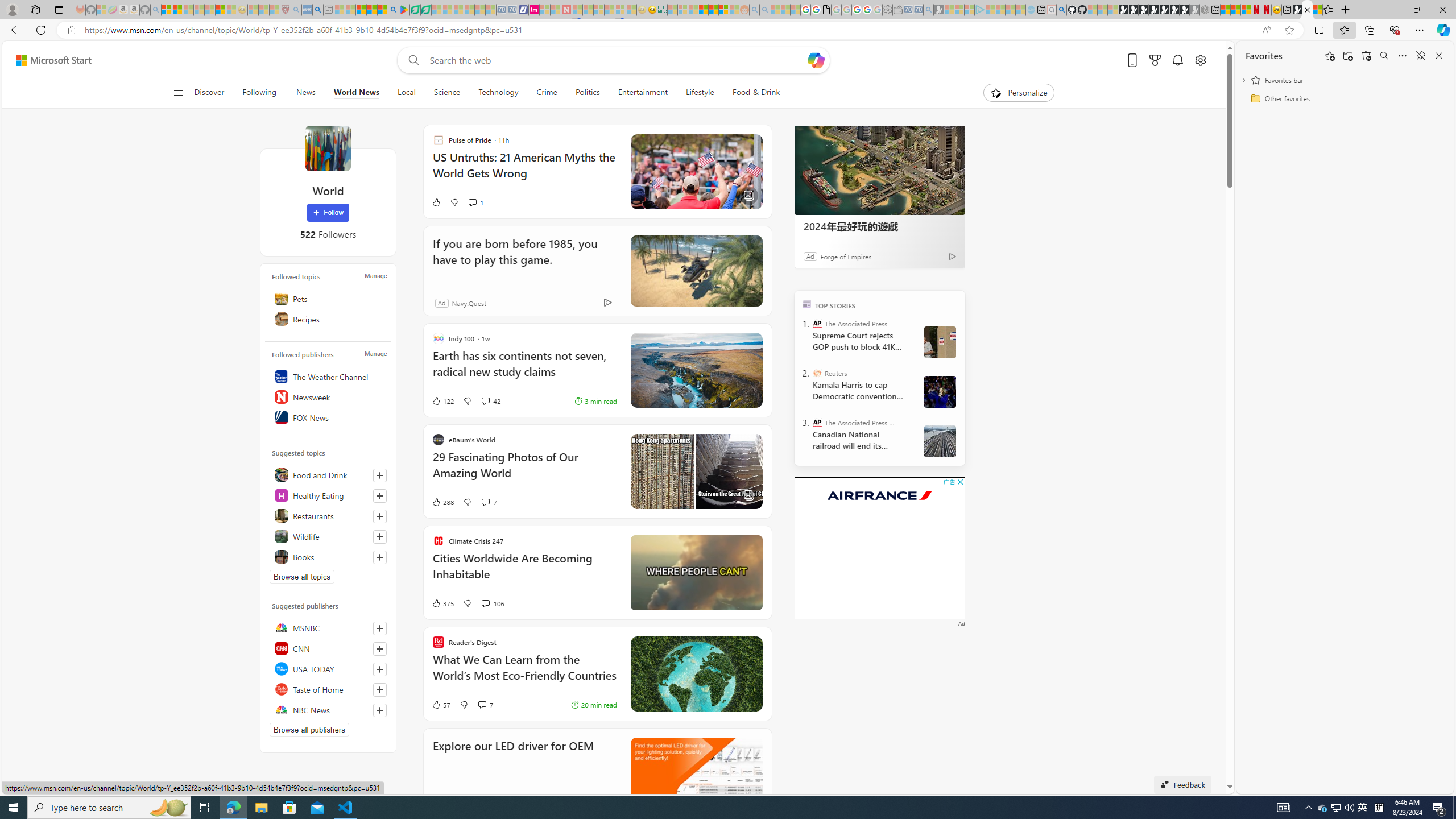 The width and height of the screenshot is (1456, 819). I want to click on 'Personalize', so click(1019, 92).